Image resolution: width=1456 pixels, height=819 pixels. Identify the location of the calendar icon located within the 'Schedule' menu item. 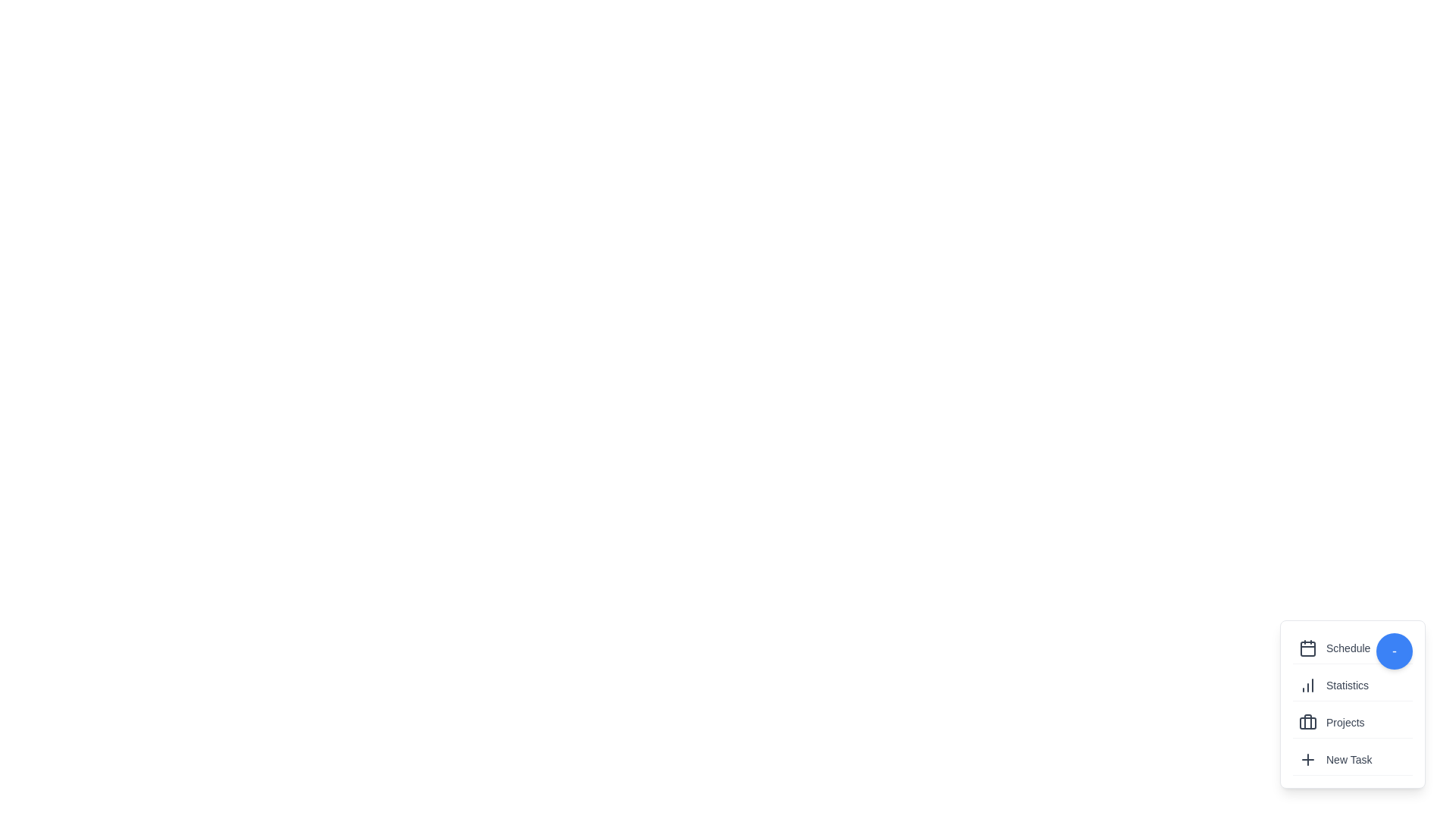
(1307, 648).